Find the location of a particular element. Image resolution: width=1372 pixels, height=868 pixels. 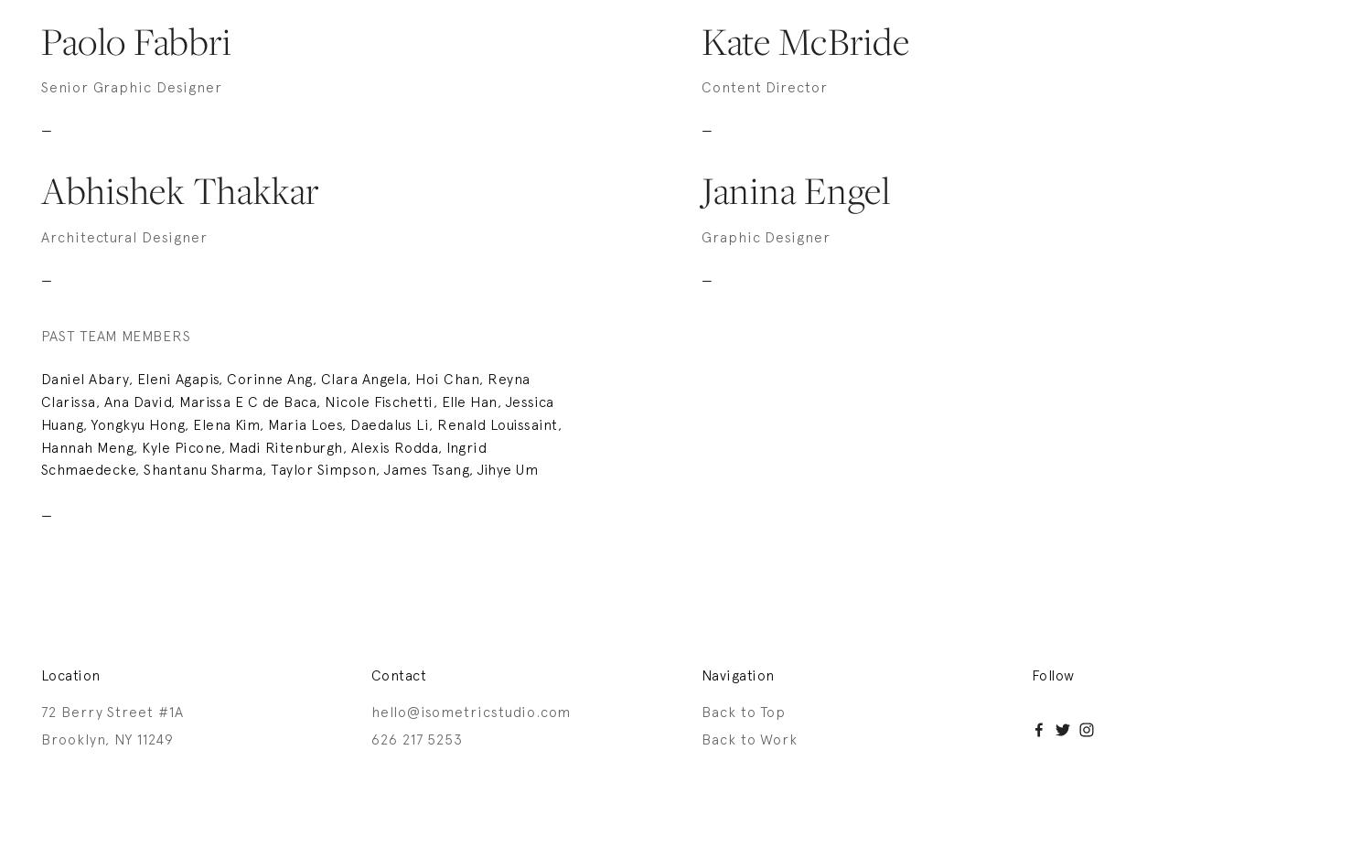

'Navigation' is located at coordinates (737, 675).